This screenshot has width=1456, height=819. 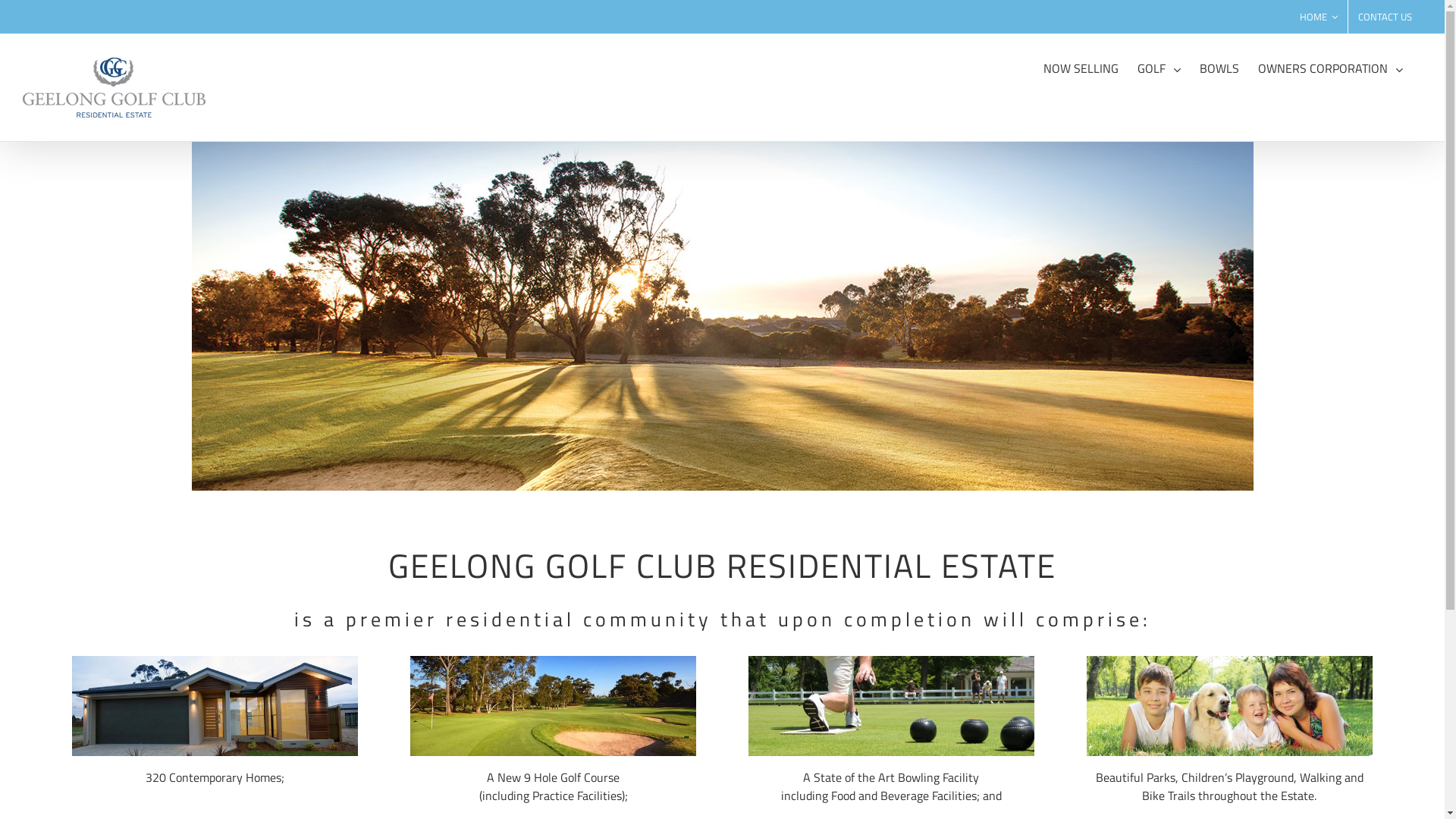 What do you see at coordinates (1080, 66) in the screenshot?
I see `'NOW SELLING'` at bounding box center [1080, 66].